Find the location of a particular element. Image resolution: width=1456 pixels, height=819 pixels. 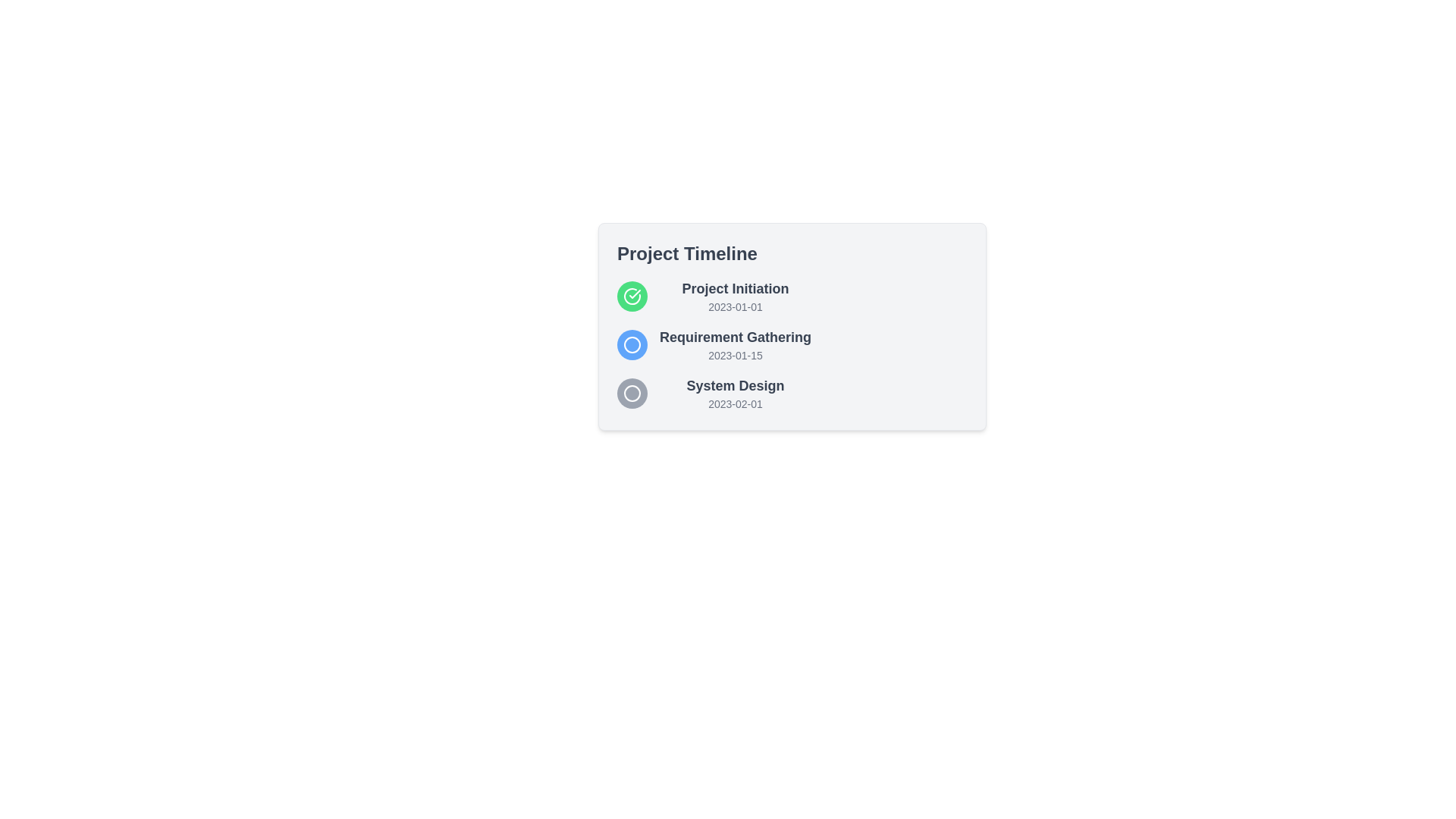

the status indicator icon for the 'Project Initiation' phase in the 'Project Timeline' section, located at the far left of the 'Project Initiation' item is located at coordinates (632, 296).